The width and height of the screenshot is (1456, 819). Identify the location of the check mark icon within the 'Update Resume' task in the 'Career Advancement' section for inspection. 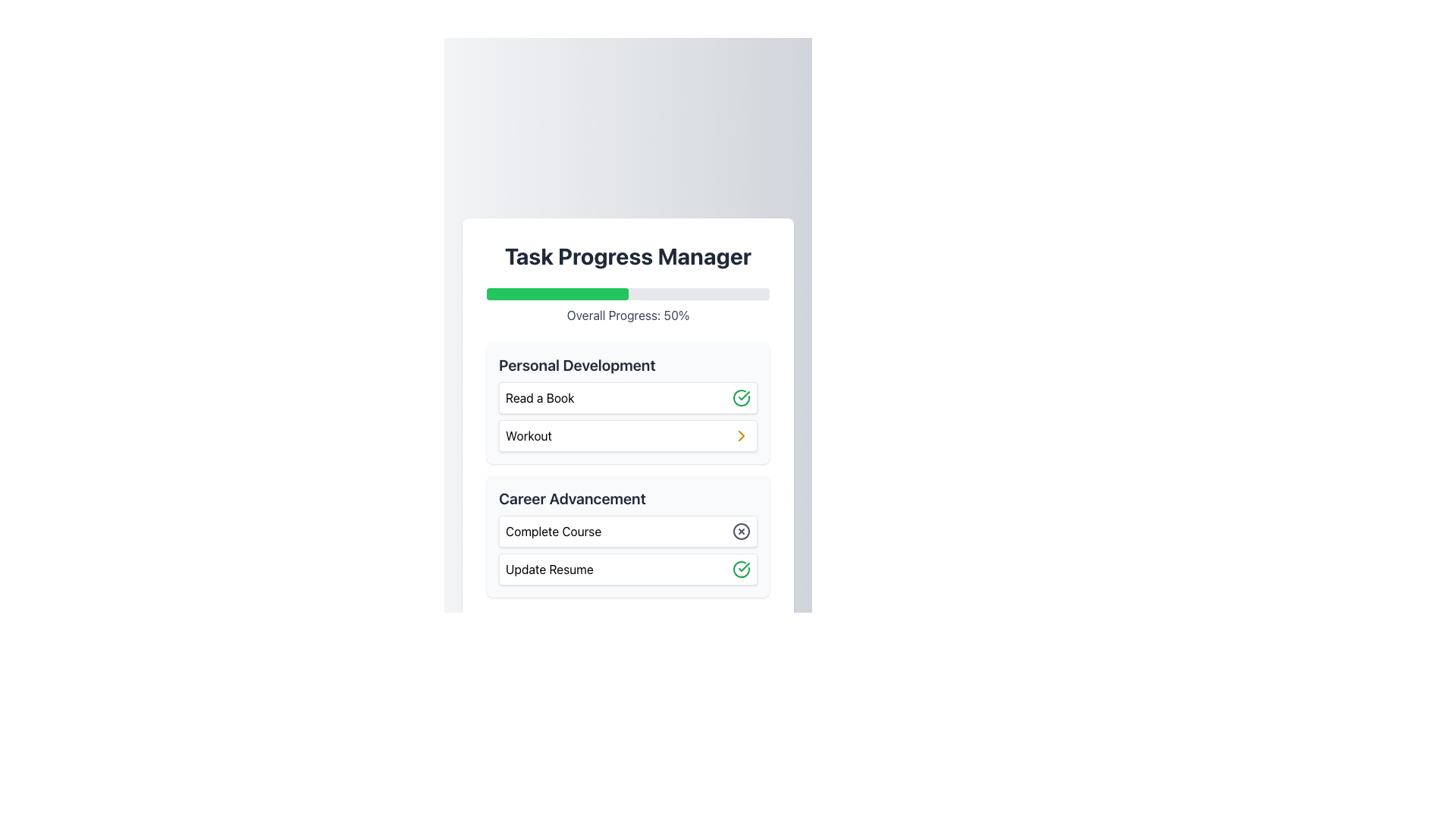
(744, 394).